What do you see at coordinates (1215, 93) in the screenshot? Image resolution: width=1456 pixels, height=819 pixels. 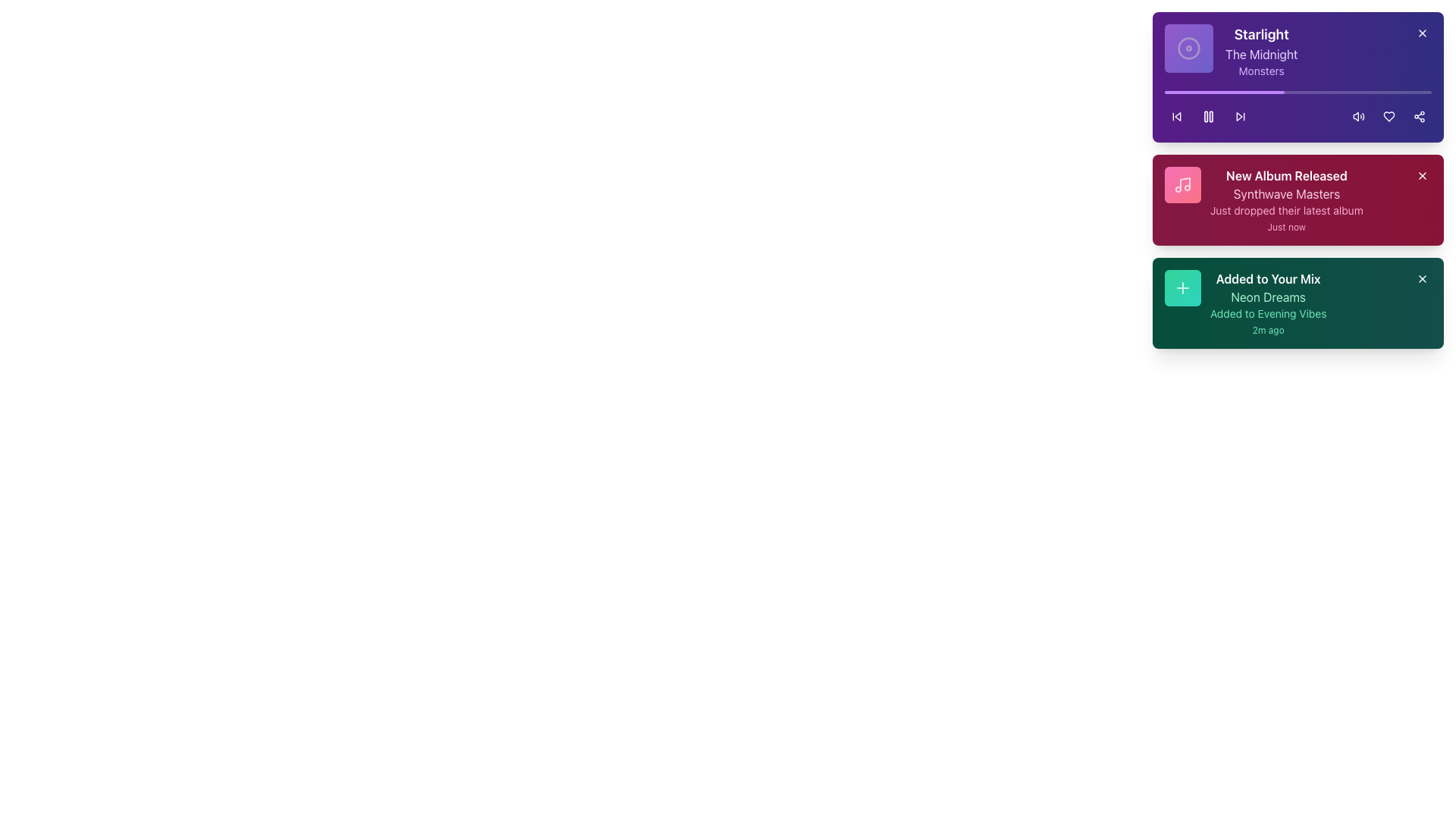 I see `the progress bar` at bounding box center [1215, 93].